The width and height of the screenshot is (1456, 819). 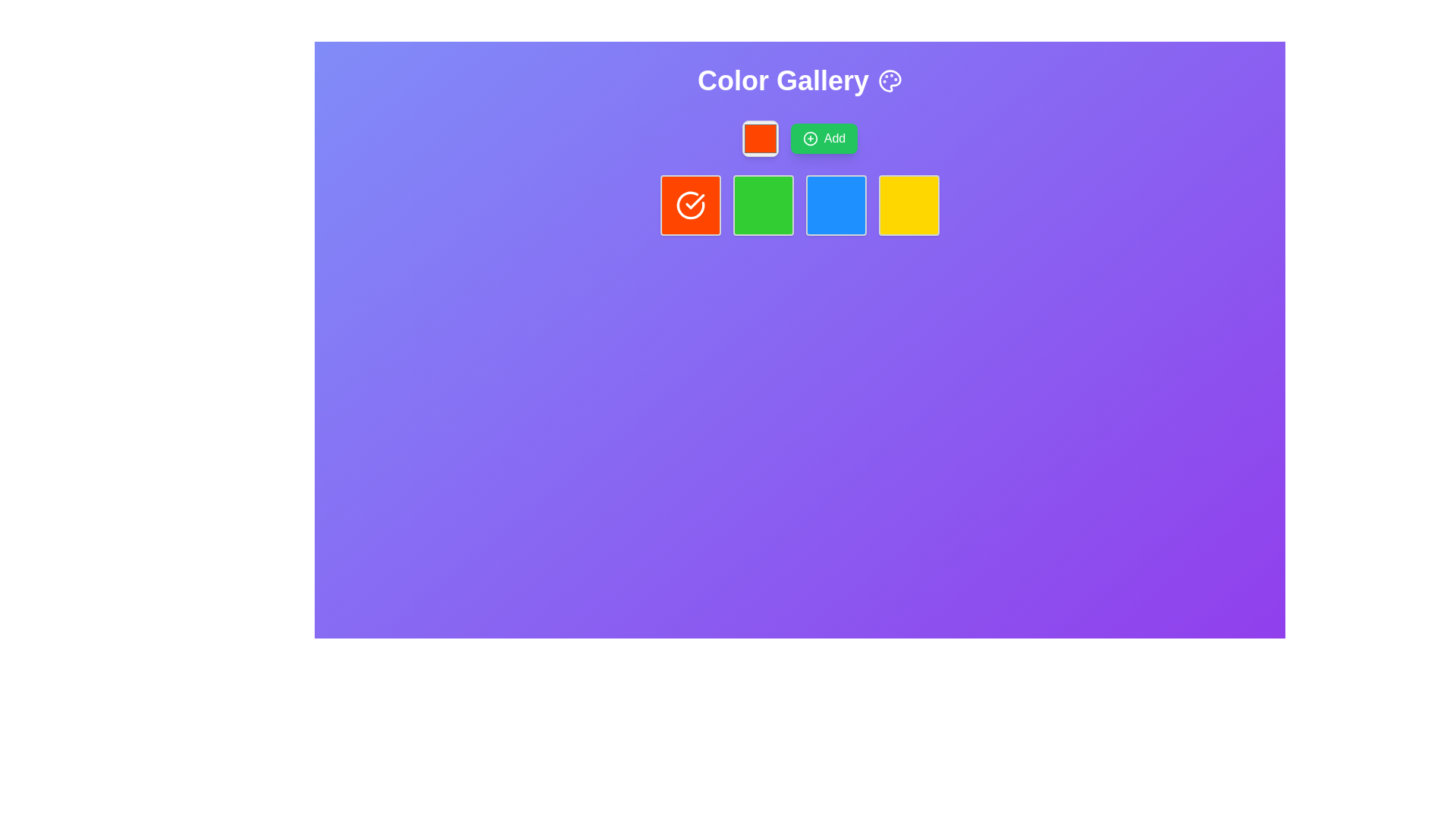 I want to click on the second button in the 'Color Gallery' section, located to the right of the red square-shaped color picker, so click(x=823, y=138).